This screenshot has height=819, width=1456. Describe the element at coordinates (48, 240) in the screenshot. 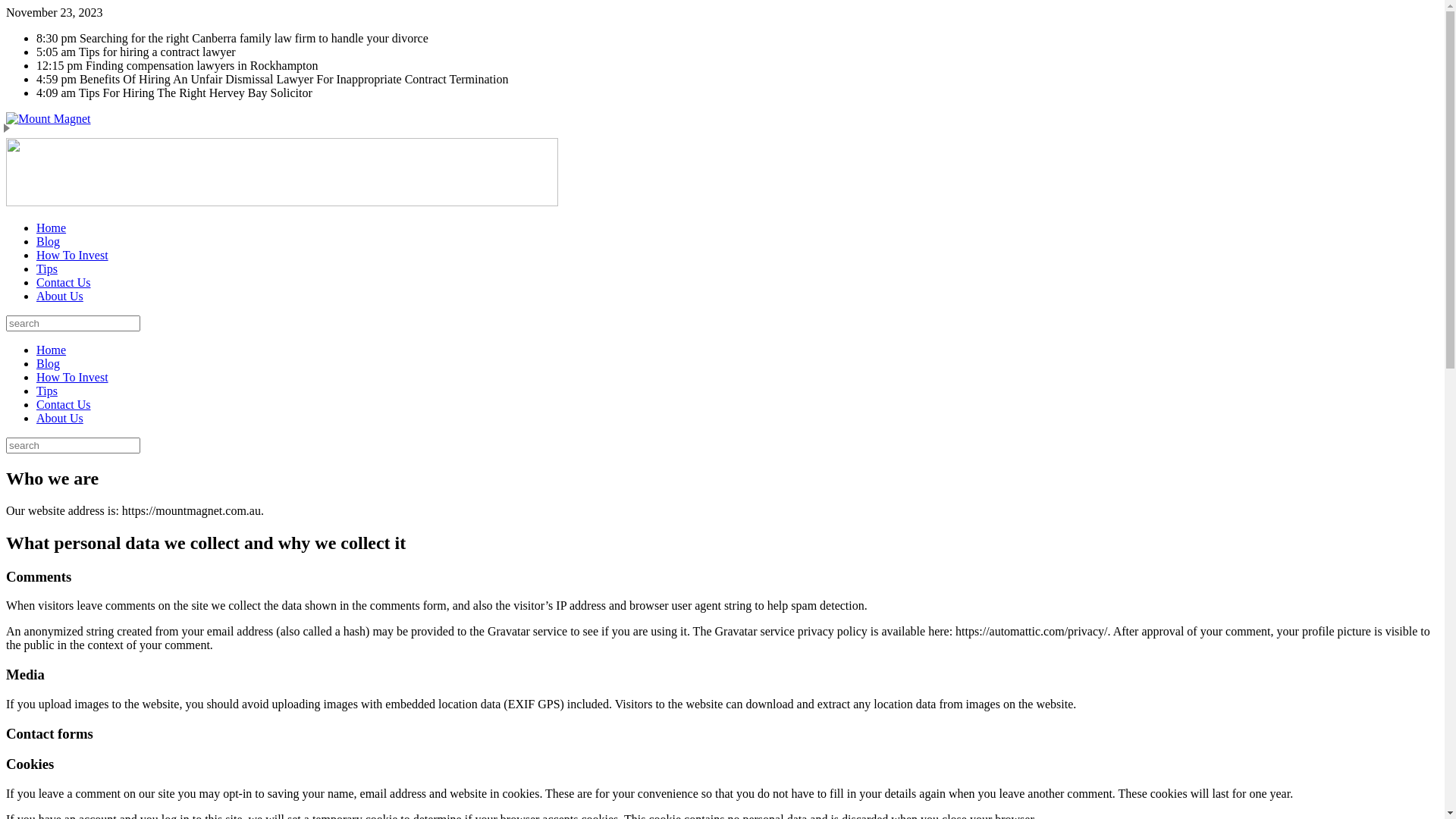

I see `'Blog'` at that location.